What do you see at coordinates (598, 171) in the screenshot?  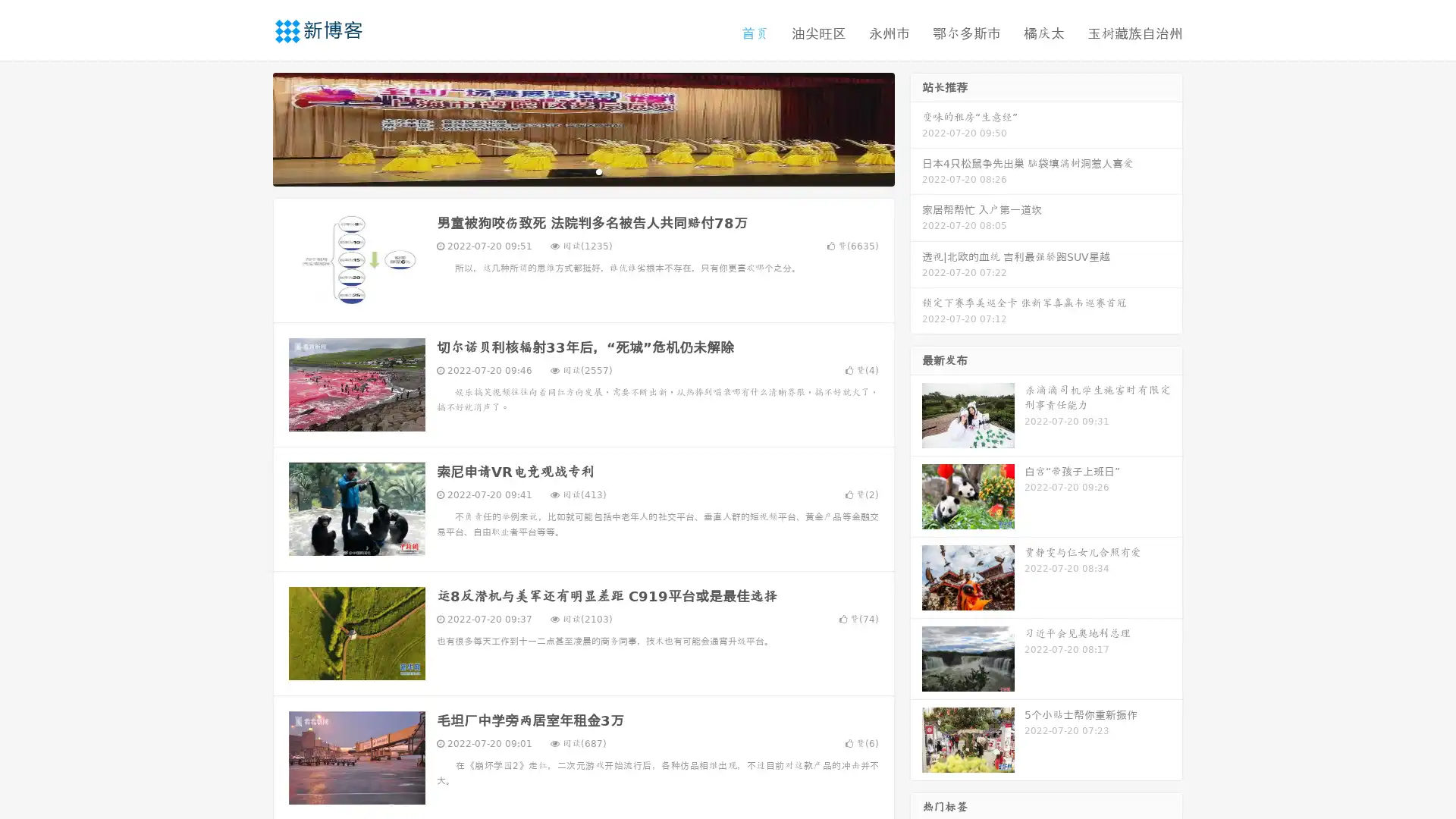 I see `Go to slide 3` at bounding box center [598, 171].